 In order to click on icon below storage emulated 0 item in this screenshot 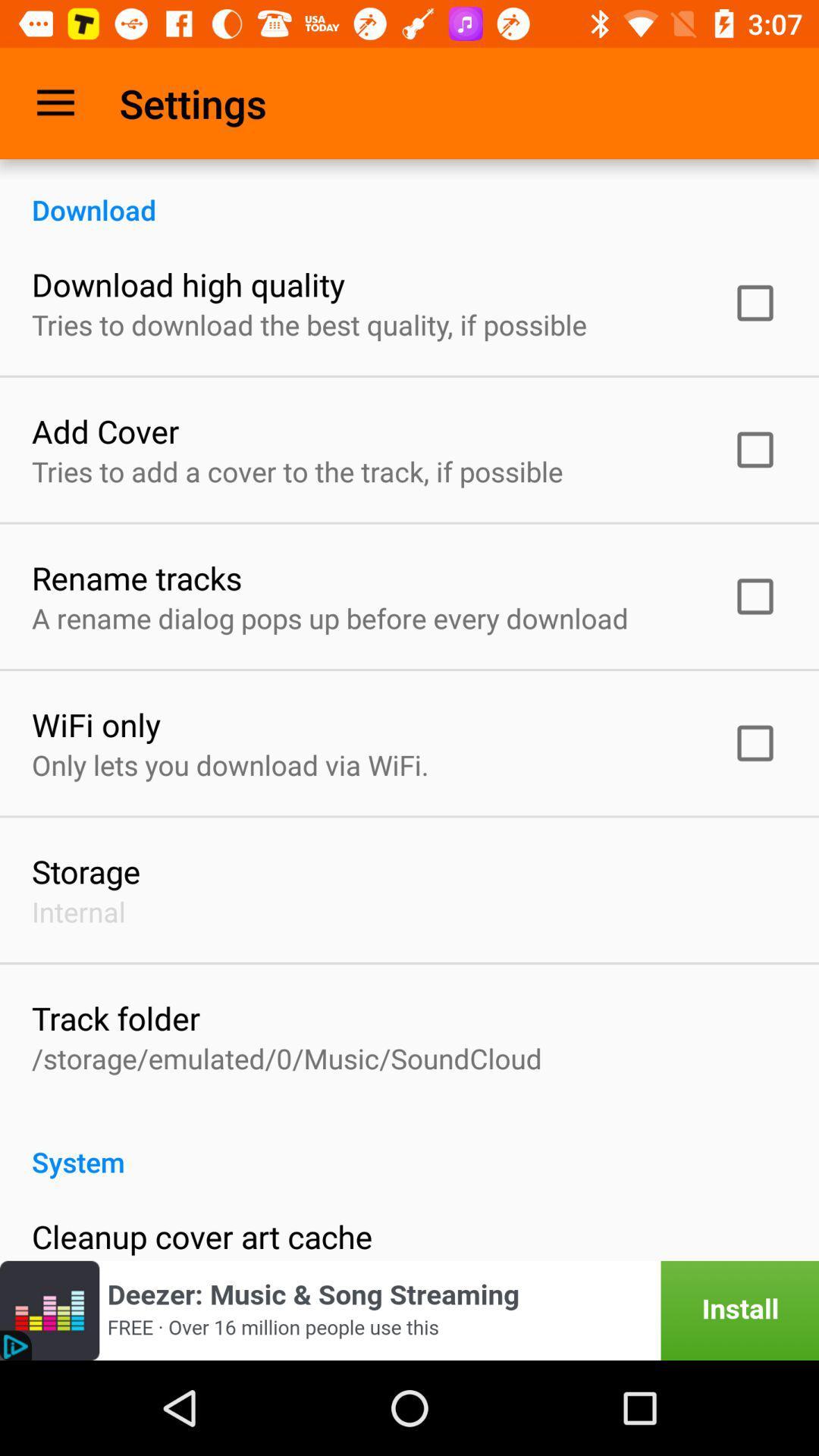, I will do `click(409, 1146)`.